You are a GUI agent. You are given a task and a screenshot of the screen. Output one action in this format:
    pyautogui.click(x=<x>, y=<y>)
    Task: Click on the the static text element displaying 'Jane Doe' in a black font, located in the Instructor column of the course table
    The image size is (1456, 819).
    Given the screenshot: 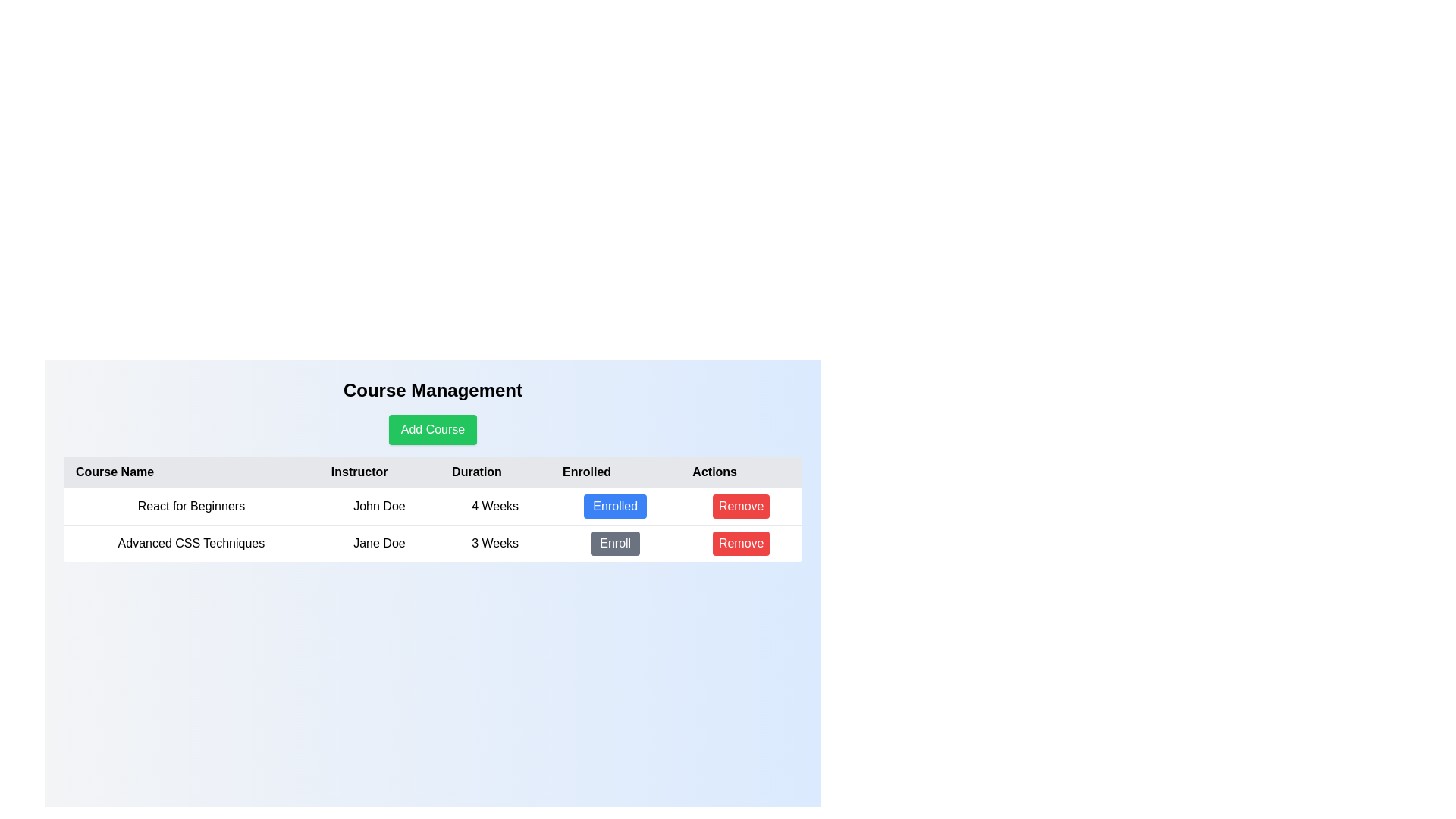 What is the action you would take?
    pyautogui.click(x=379, y=542)
    